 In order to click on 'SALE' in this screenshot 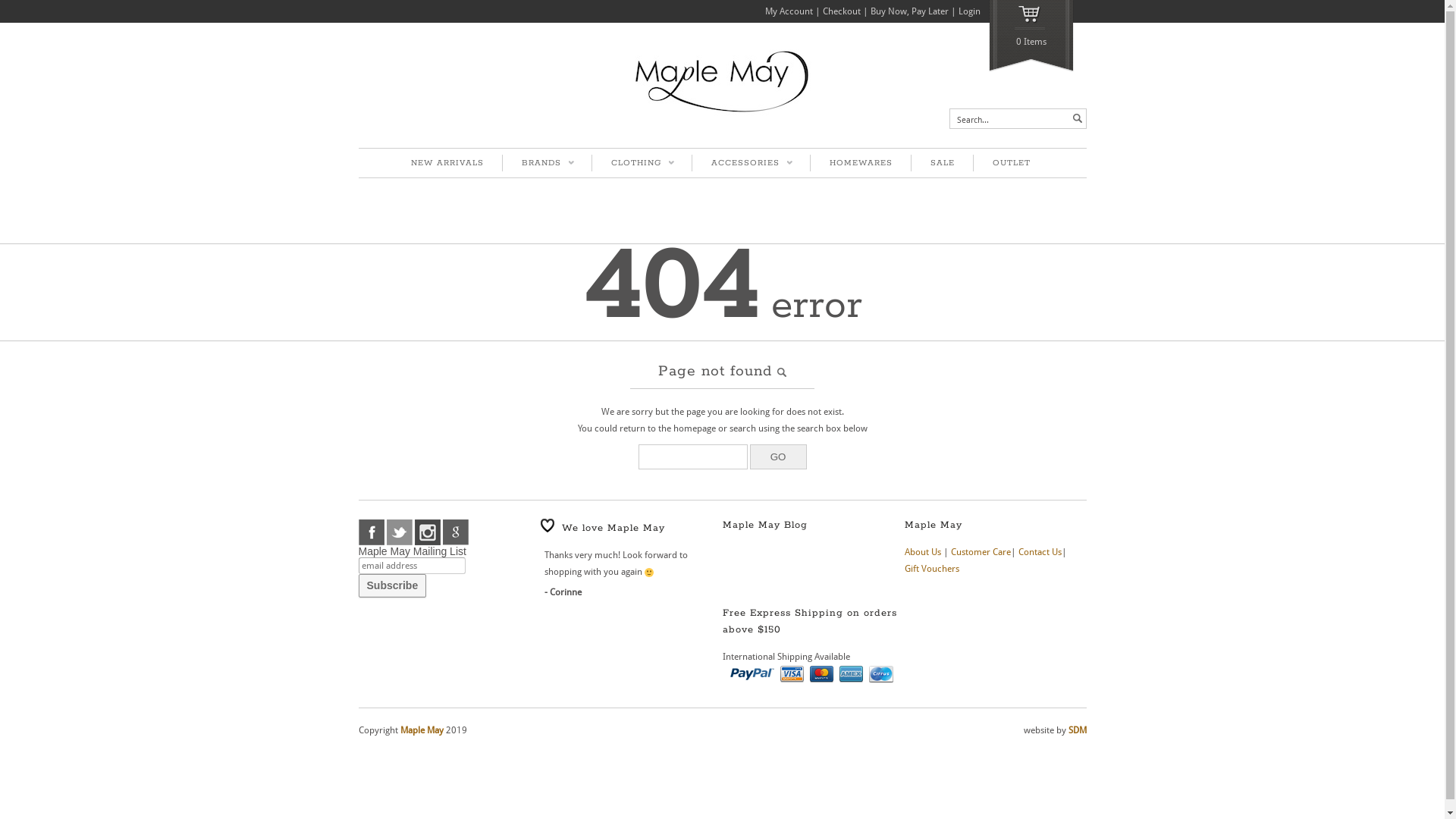, I will do `click(941, 163)`.